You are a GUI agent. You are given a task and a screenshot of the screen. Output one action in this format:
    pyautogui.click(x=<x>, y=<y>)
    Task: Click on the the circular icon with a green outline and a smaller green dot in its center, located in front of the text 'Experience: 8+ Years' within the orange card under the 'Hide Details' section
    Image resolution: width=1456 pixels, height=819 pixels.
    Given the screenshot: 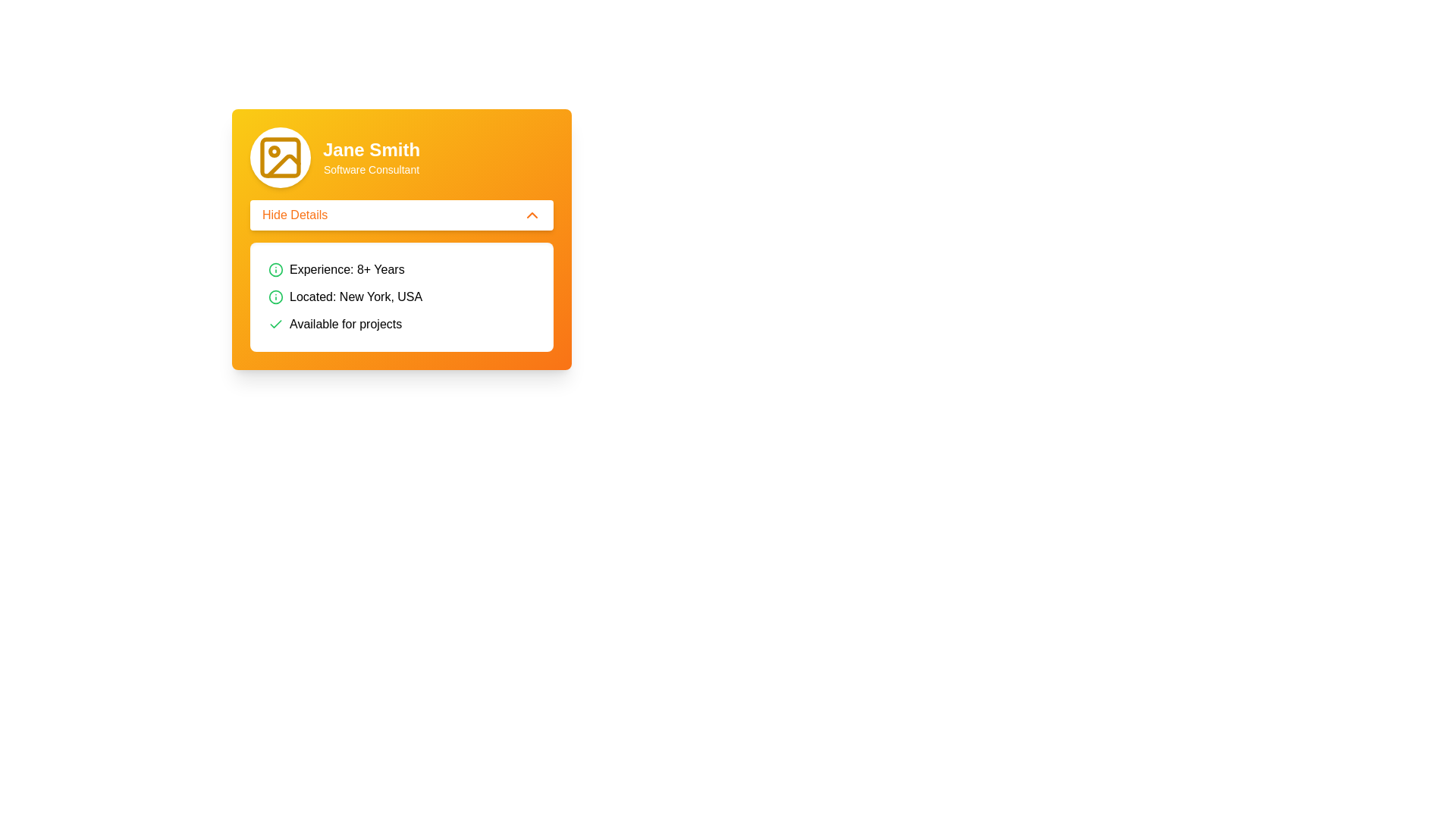 What is the action you would take?
    pyautogui.click(x=276, y=268)
    